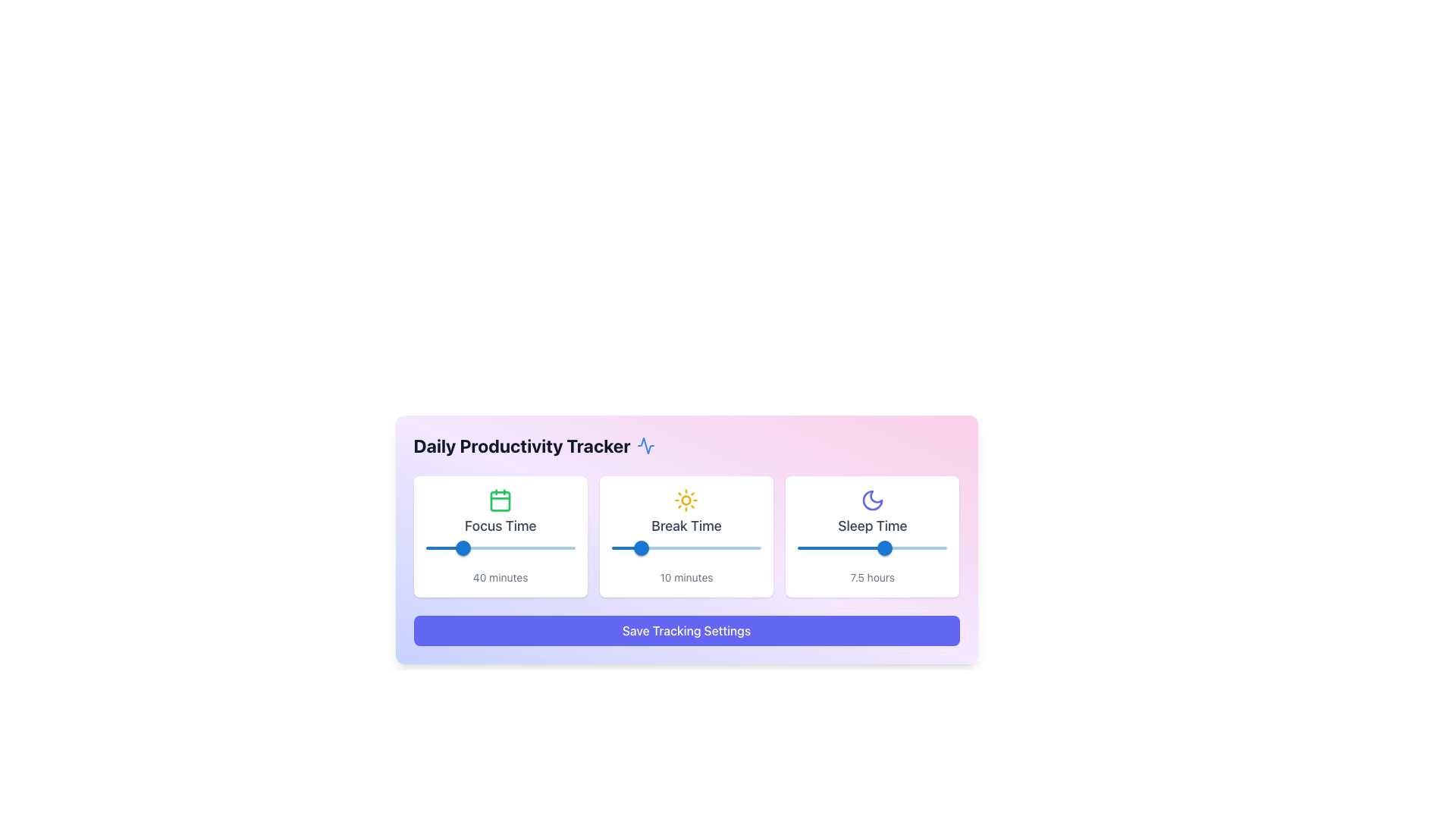 The width and height of the screenshot is (1456, 819). I want to click on the Sleep Time icon located in the rightmost box of the three-section card layout, just above the label 'Sleep Time', so click(872, 500).